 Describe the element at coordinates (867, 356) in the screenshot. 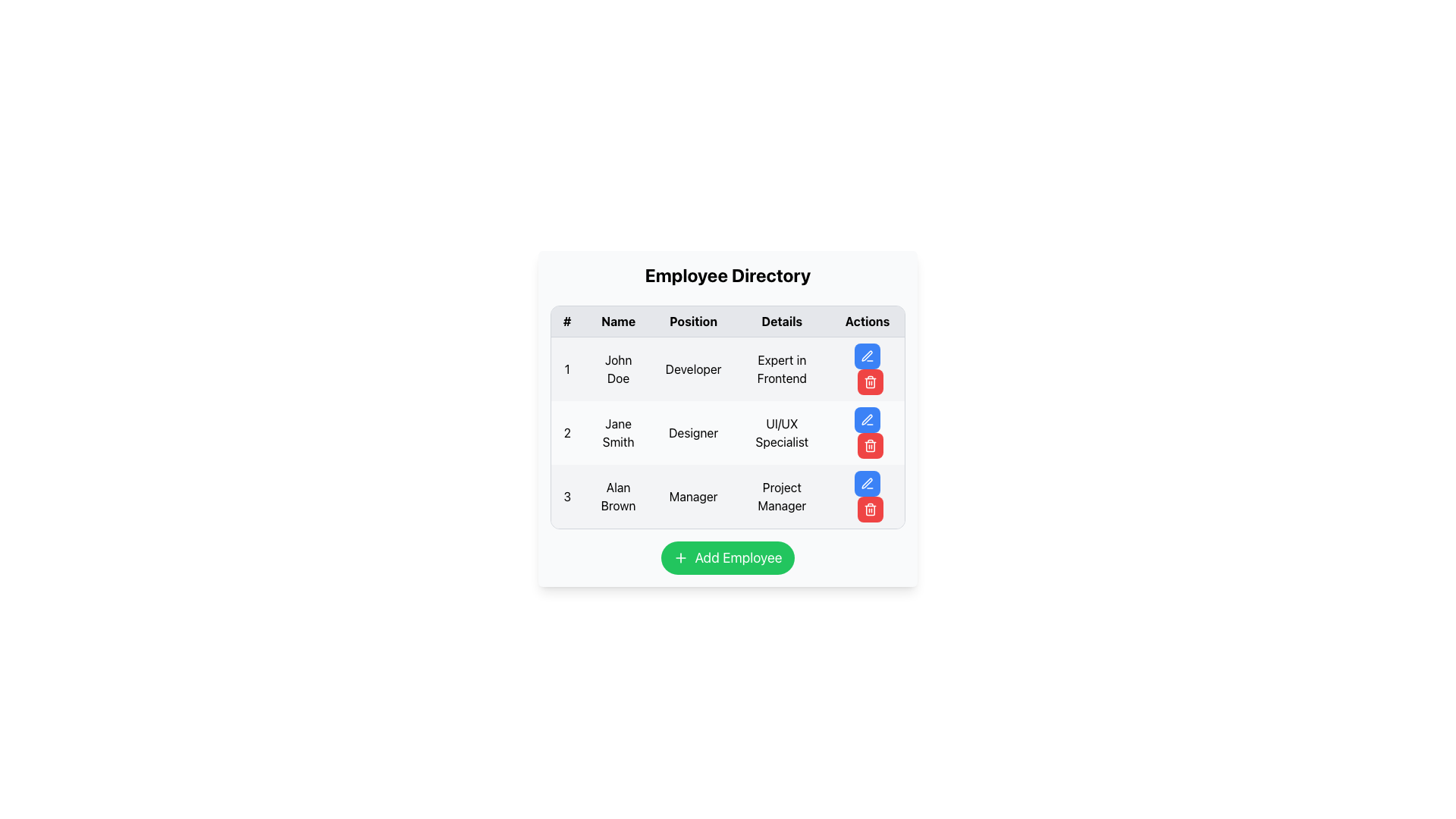

I see `the small pen icon in the 'Actions' column next to 'Jane Smith' in the employee table to initiate the editing process` at that location.